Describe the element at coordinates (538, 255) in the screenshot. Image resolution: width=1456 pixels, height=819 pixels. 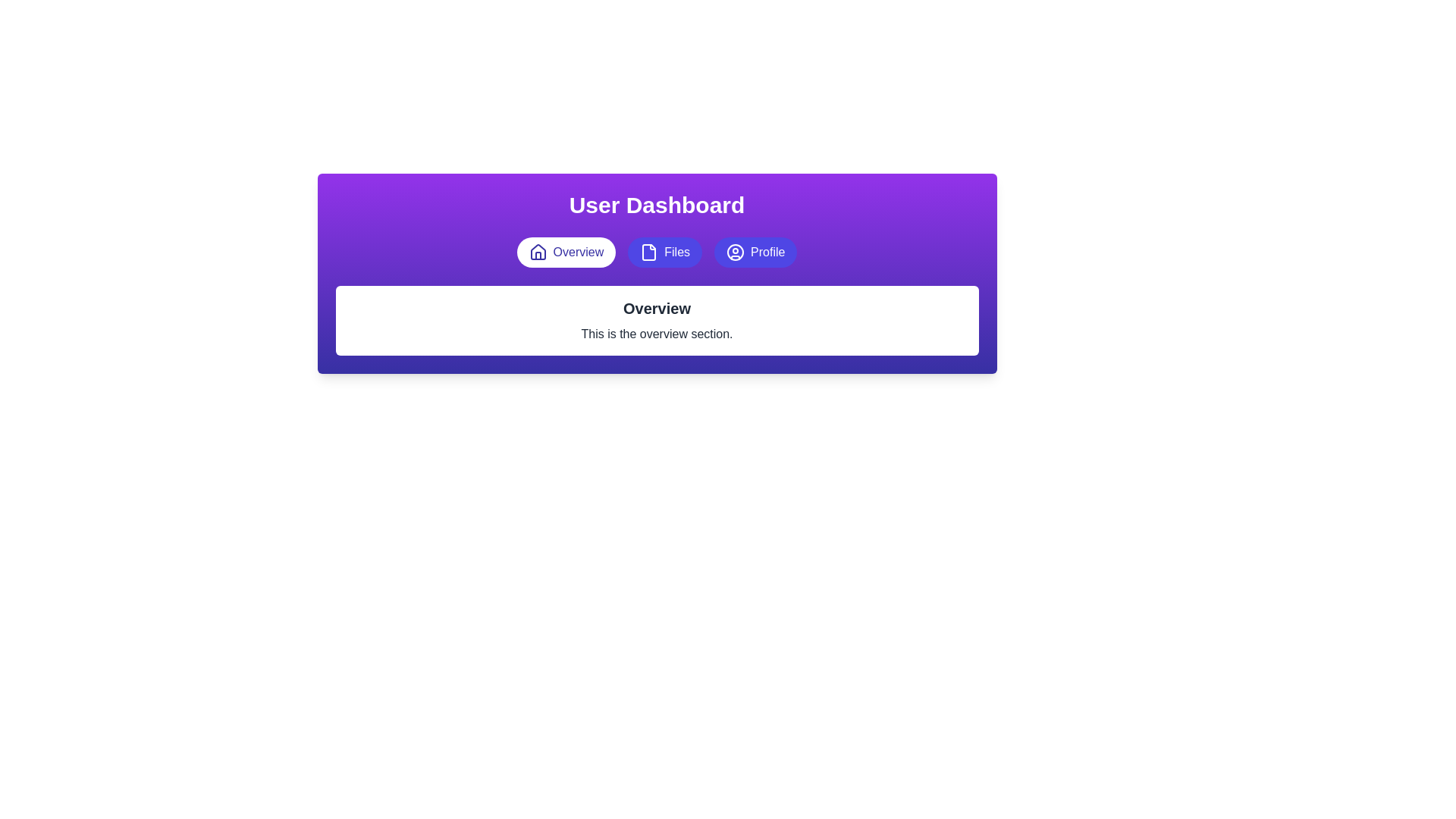
I see `the door icon within the house icon located in the header section under the 'Overview' button` at that location.